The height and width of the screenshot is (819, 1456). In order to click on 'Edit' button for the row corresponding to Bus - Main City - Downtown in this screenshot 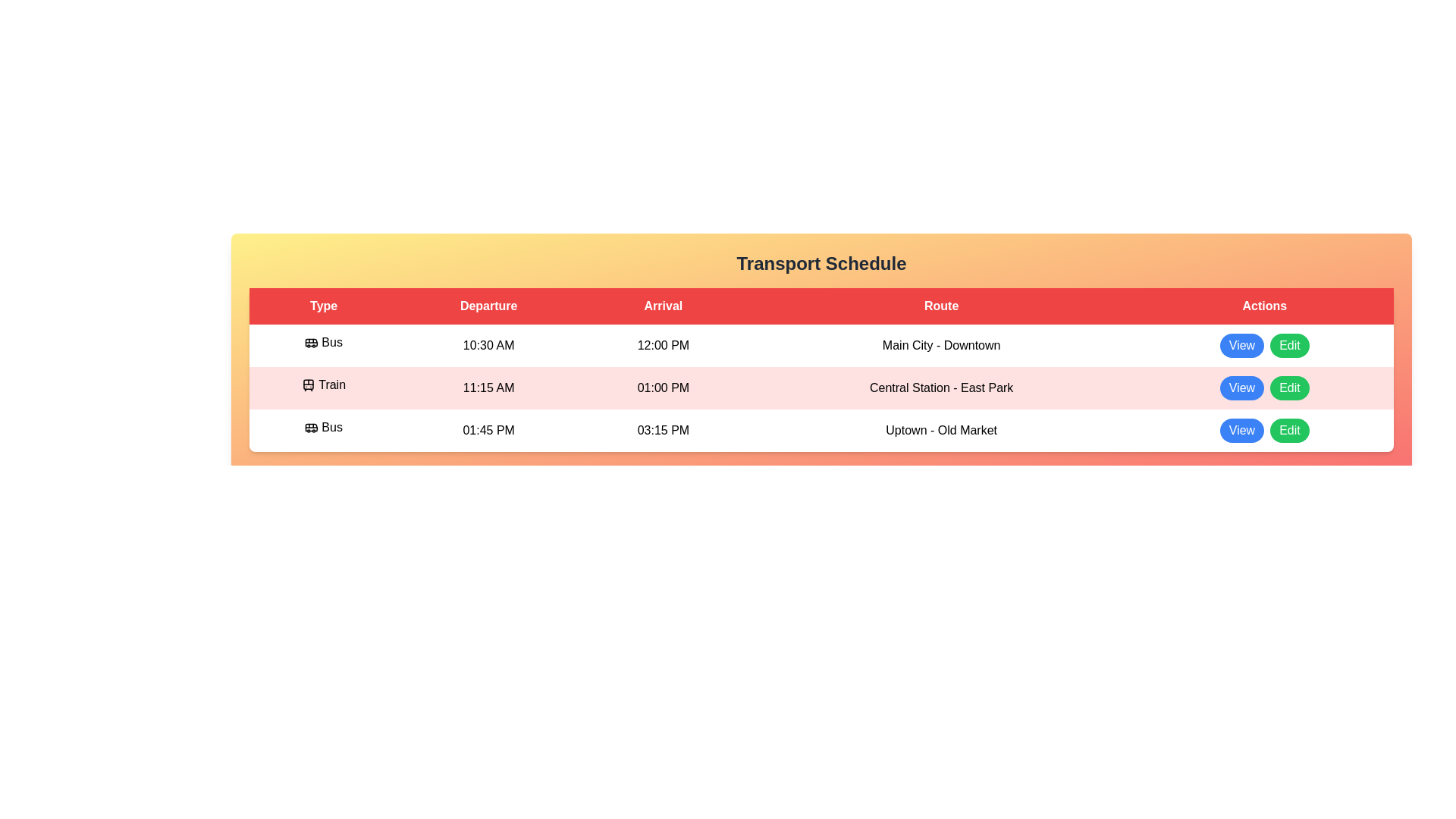, I will do `click(1288, 345)`.